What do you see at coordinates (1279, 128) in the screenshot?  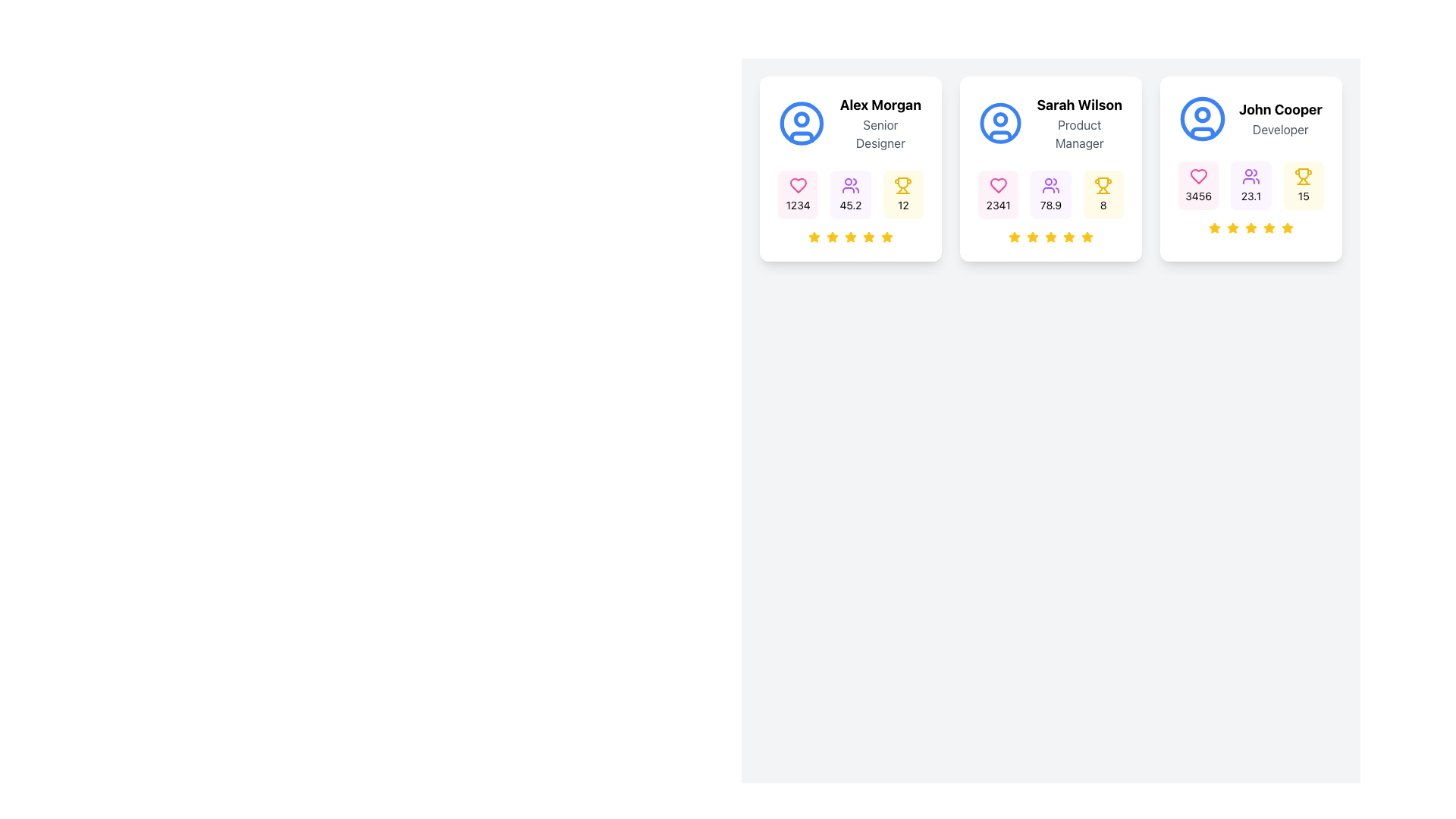 I see `the 'Developer' text label, which is styled in gray and positioned below the 'John Cooper' text in the last card on the rightmost side of a horizontal group of cards` at bounding box center [1279, 128].